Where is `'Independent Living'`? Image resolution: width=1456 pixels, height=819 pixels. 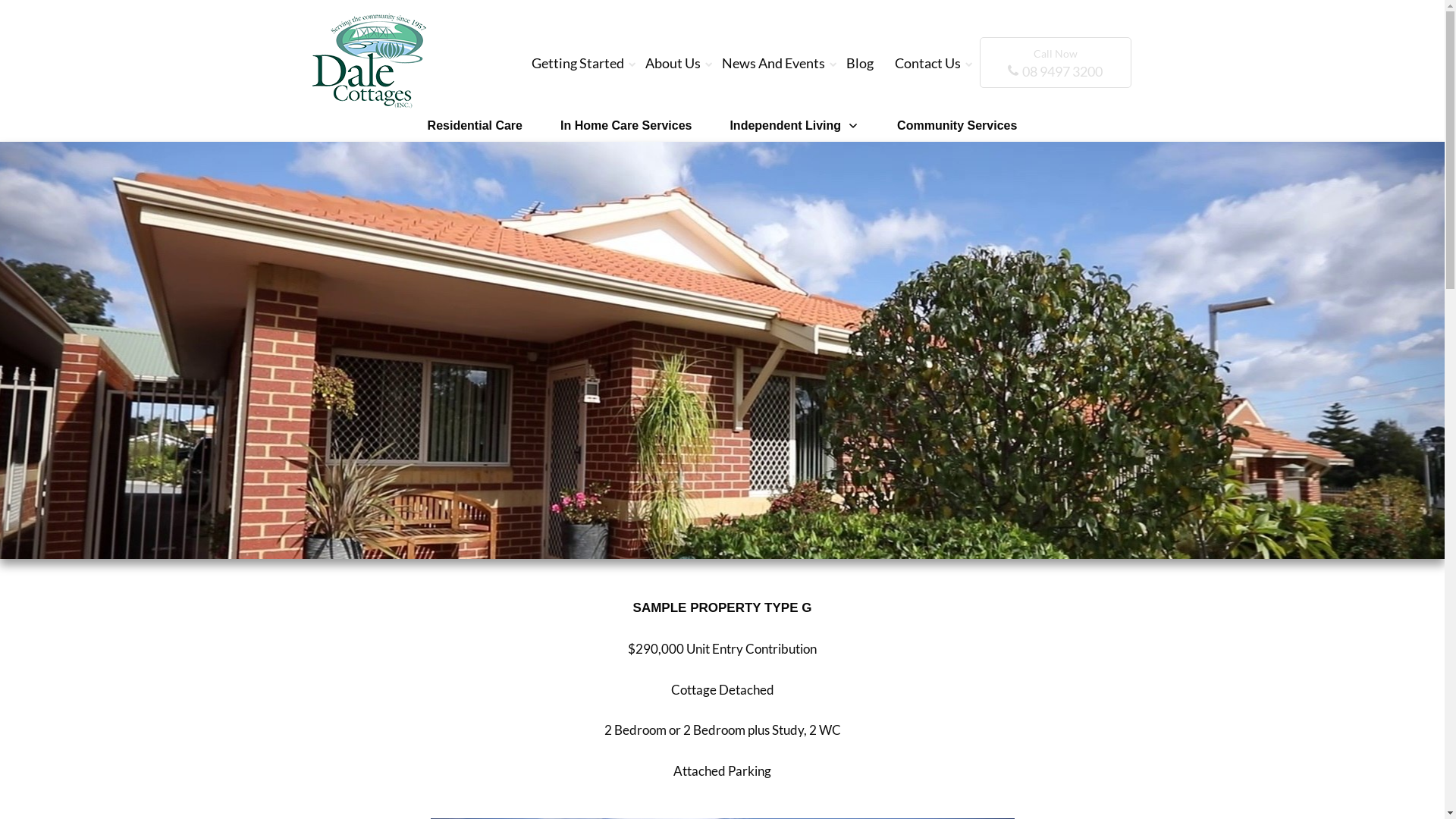
'Independent Living' is located at coordinates (793, 124).